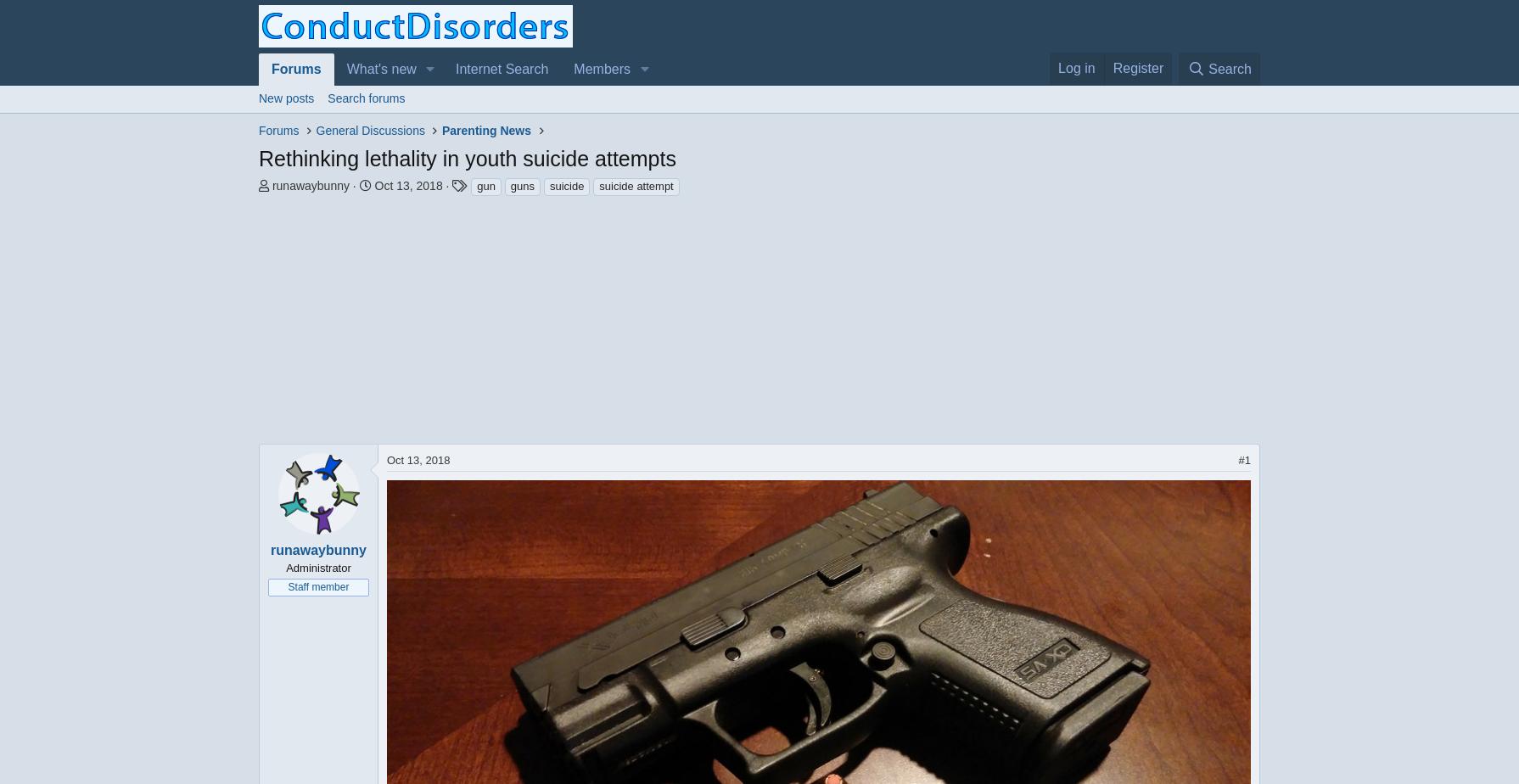 This screenshot has height=784, width=1519. What do you see at coordinates (370, 130) in the screenshot?
I see `'General Discussions'` at bounding box center [370, 130].